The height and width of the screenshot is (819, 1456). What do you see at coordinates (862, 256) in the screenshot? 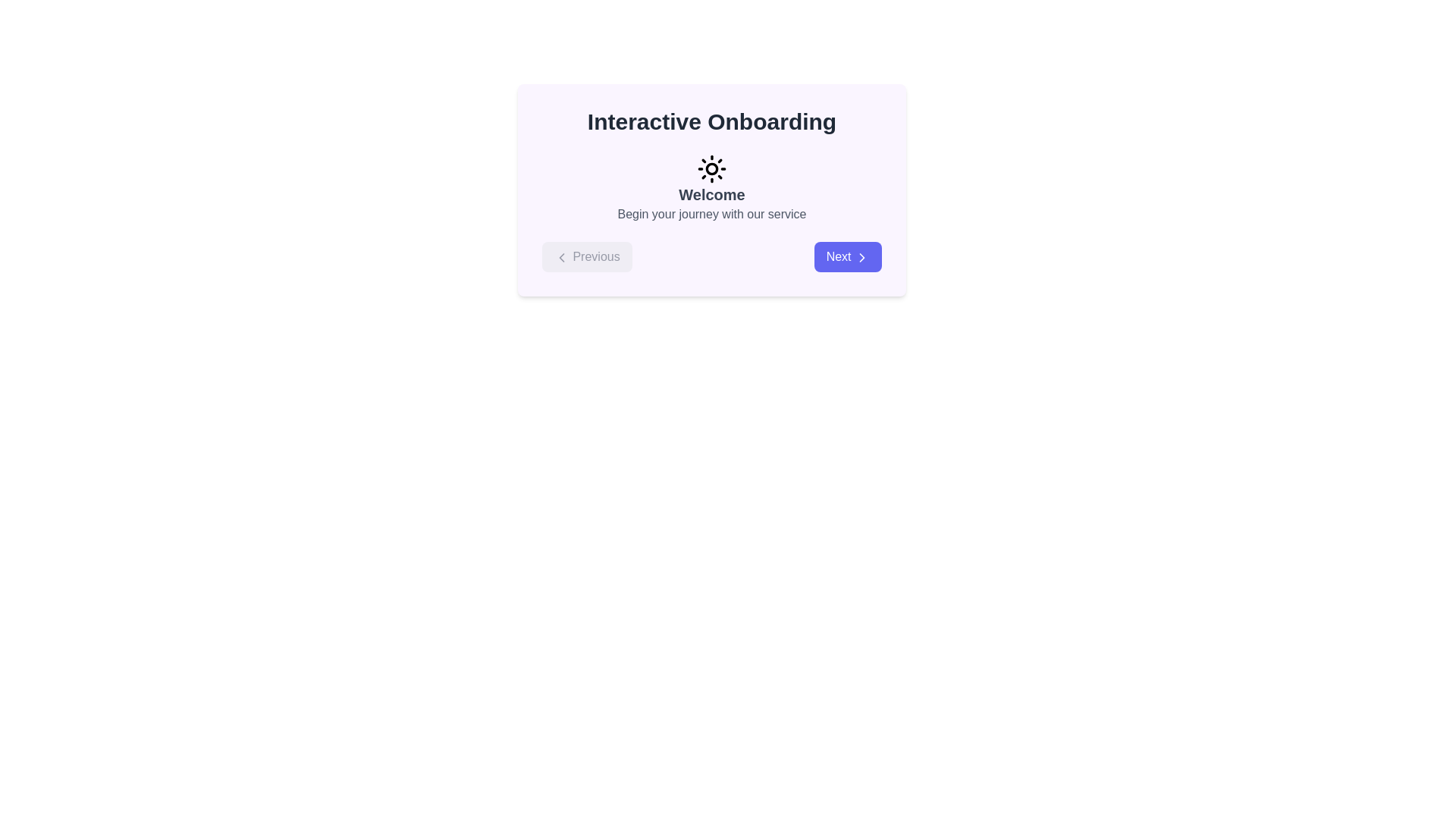
I see `the rightward-pointing chevron icon located inside the 'Next' button in the interactive onboarding interface` at bounding box center [862, 256].